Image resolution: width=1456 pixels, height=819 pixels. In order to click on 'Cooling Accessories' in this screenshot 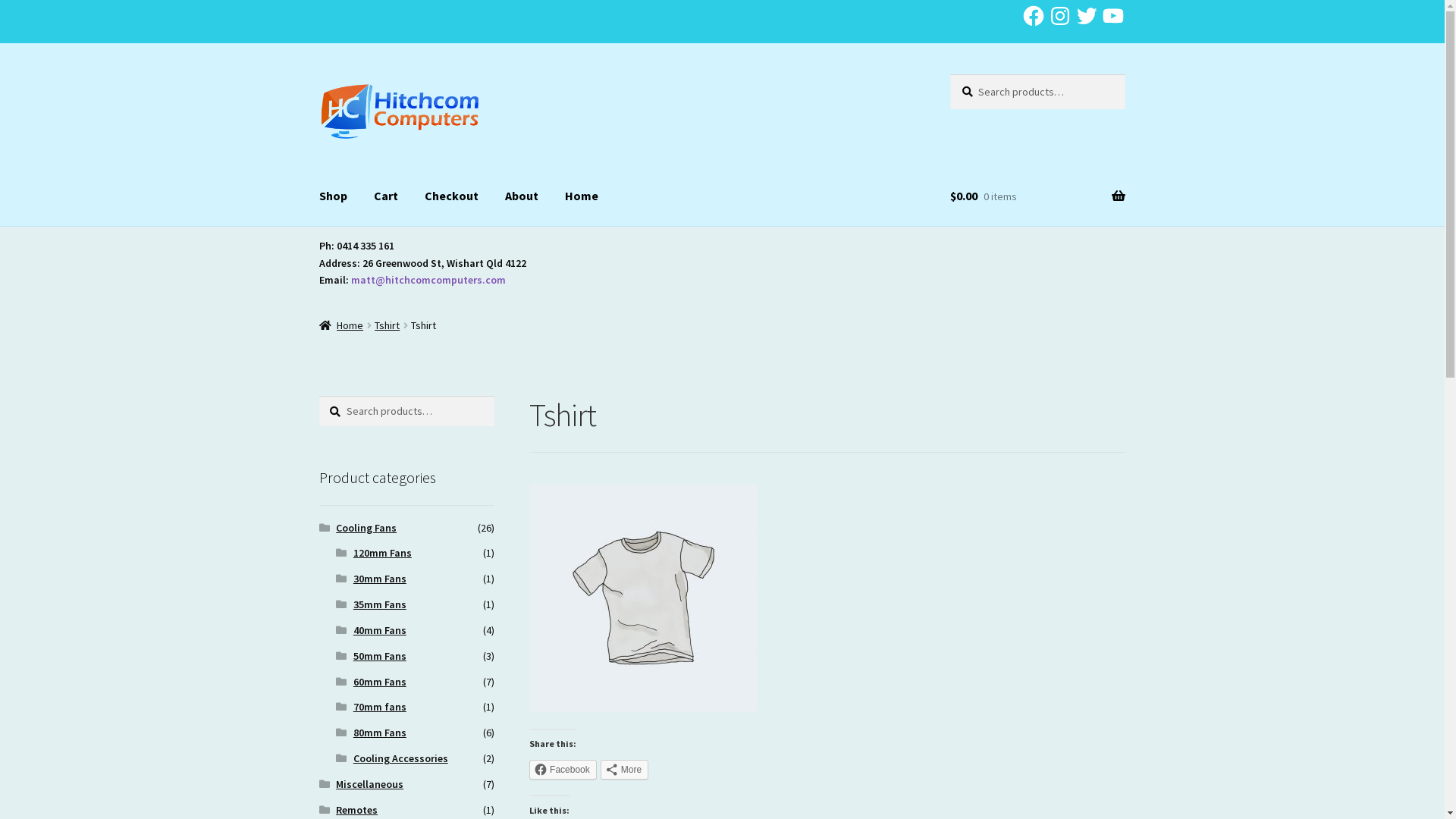, I will do `click(352, 758)`.